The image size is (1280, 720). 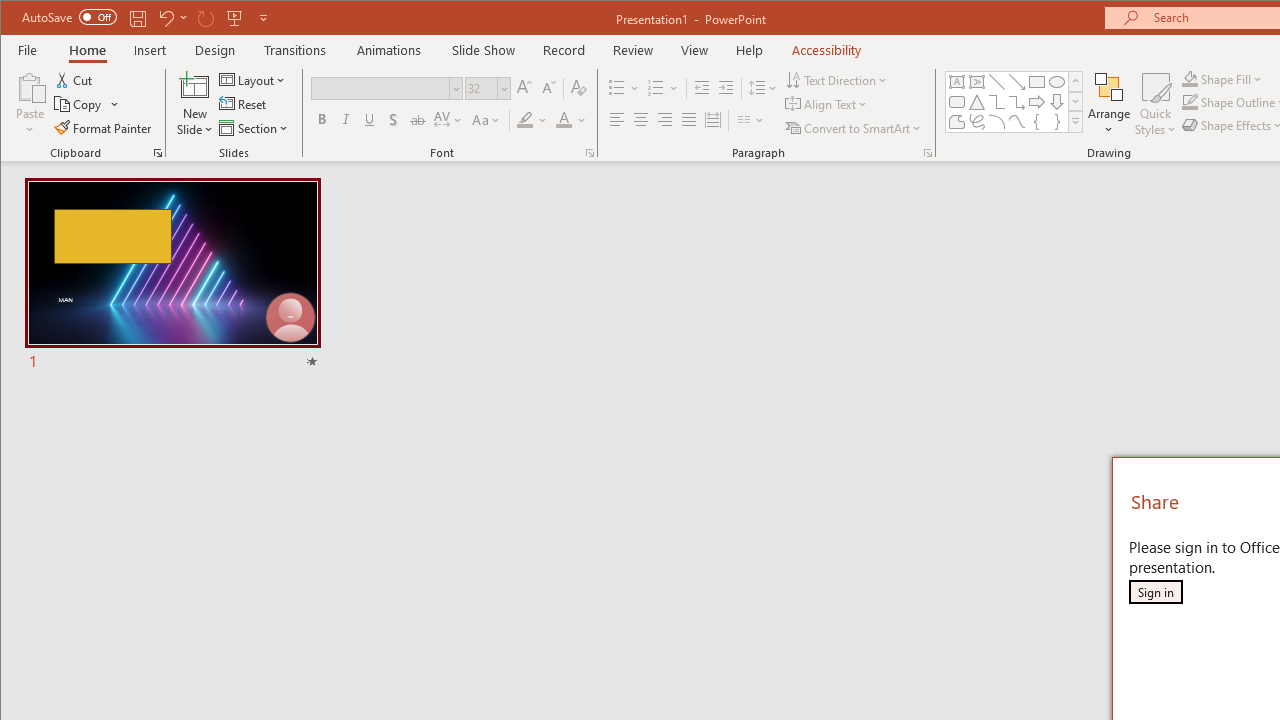 What do you see at coordinates (1155, 591) in the screenshot?
I see `'Sign in'` at bounding box center [1155, 591].